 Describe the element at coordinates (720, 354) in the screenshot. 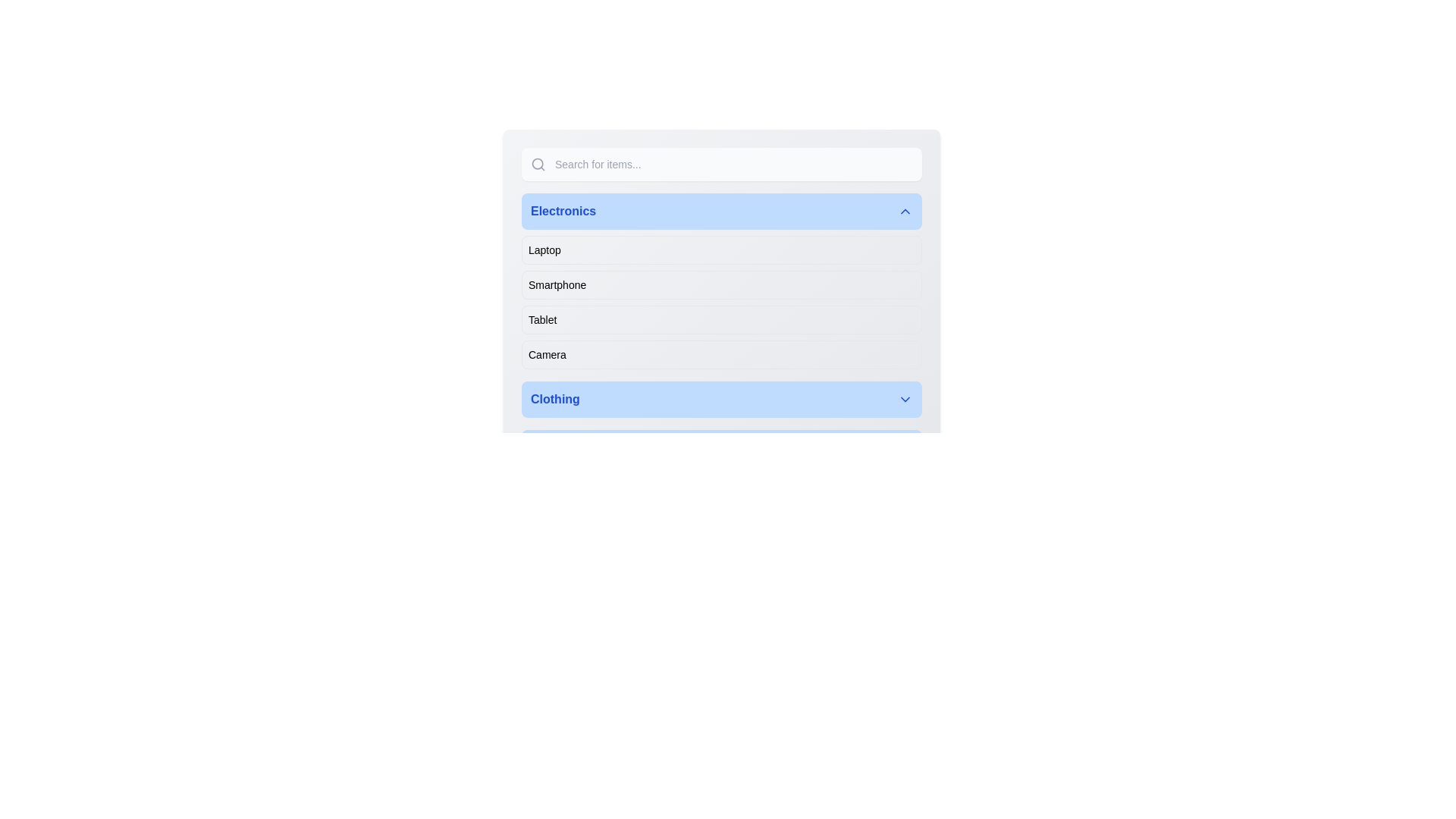

I see `the 'Camera' button, which is a rectangular button with rounded corners and a light background, located in the 'Electronics' section, fourth in a vertical list of options` at that location.